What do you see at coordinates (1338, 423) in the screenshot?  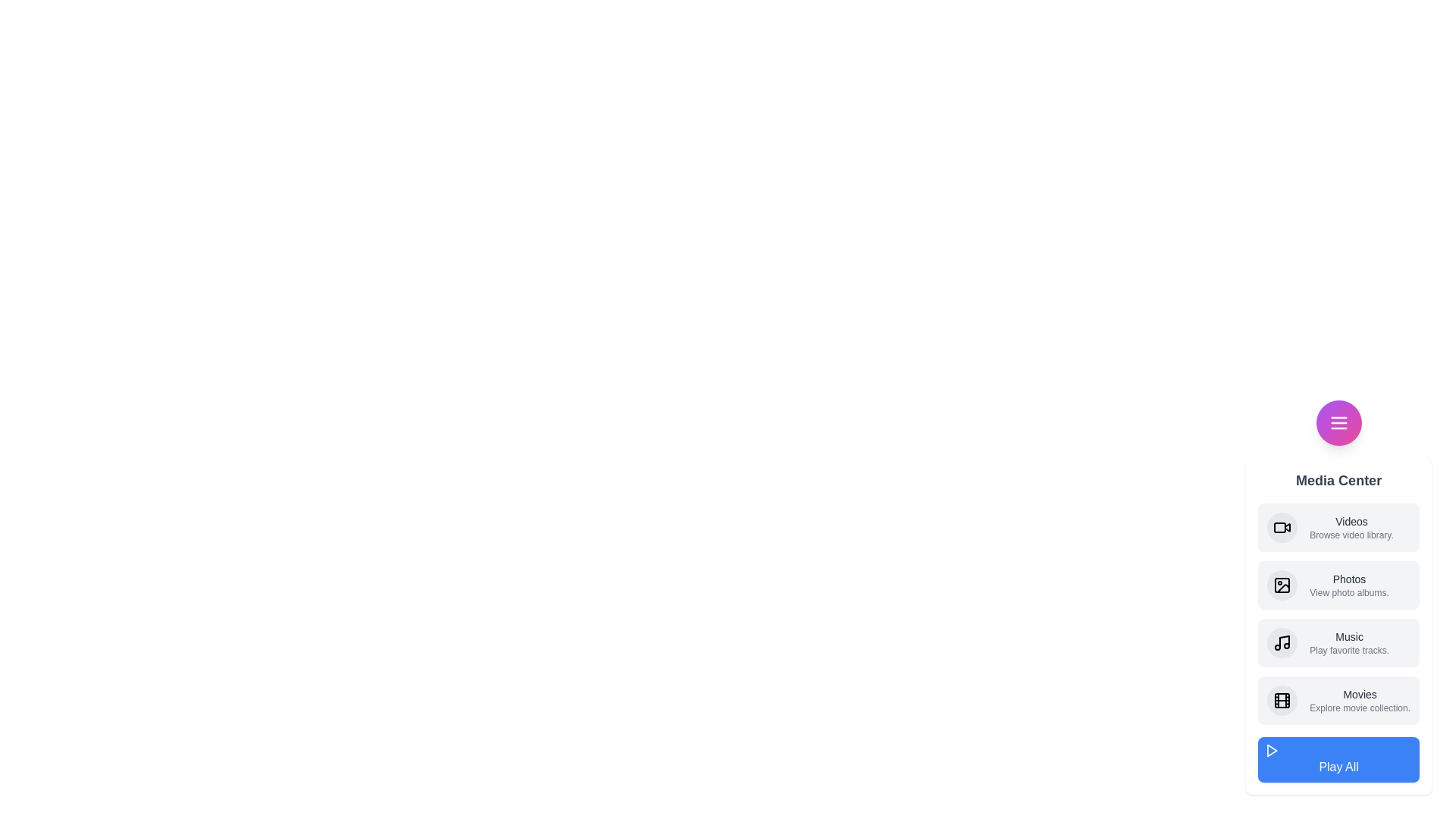 I see `the toggle button to toggle the menu visibility` at bounding box center [1338, 423].